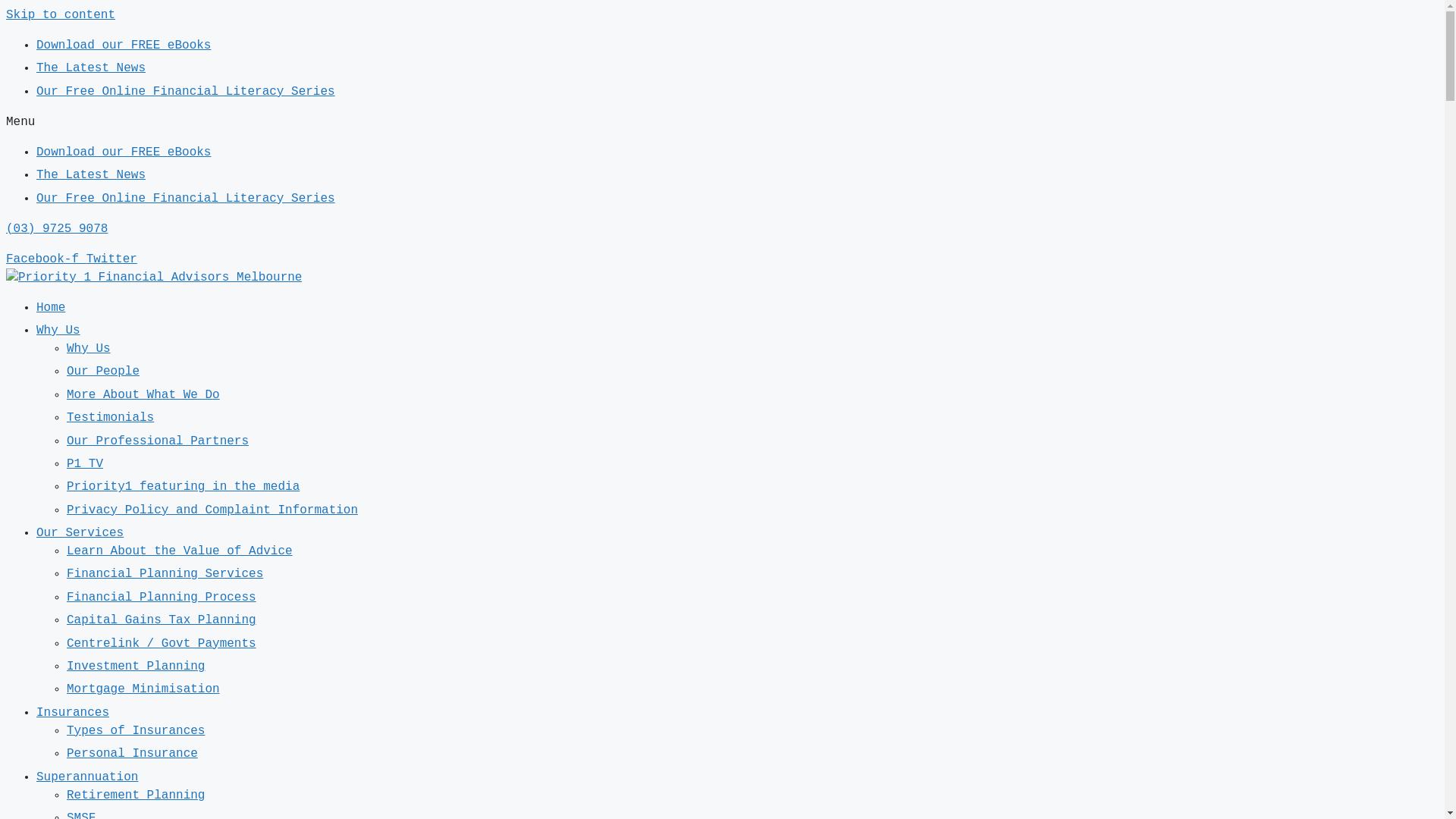 The image size is (1456, 819). I want to click on 'Learn About the Value of Advice', so click(179, 551).